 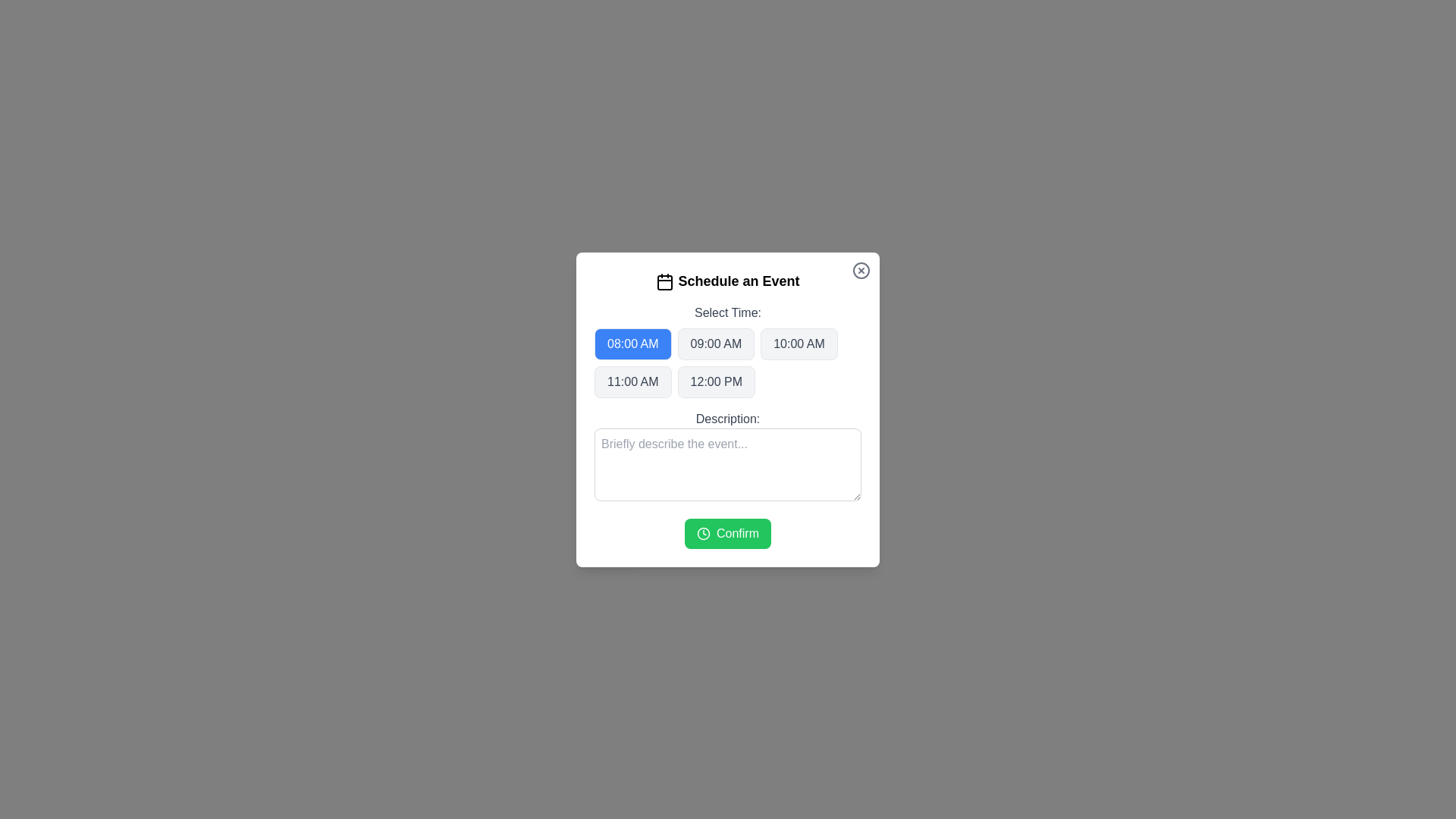 What do you see at coordinates (715, 344) in the screenshot?
I see `the rectangular button with softly rounded corners and dark gray text reading '09:00 AM'` at bounding box center [715, 344].